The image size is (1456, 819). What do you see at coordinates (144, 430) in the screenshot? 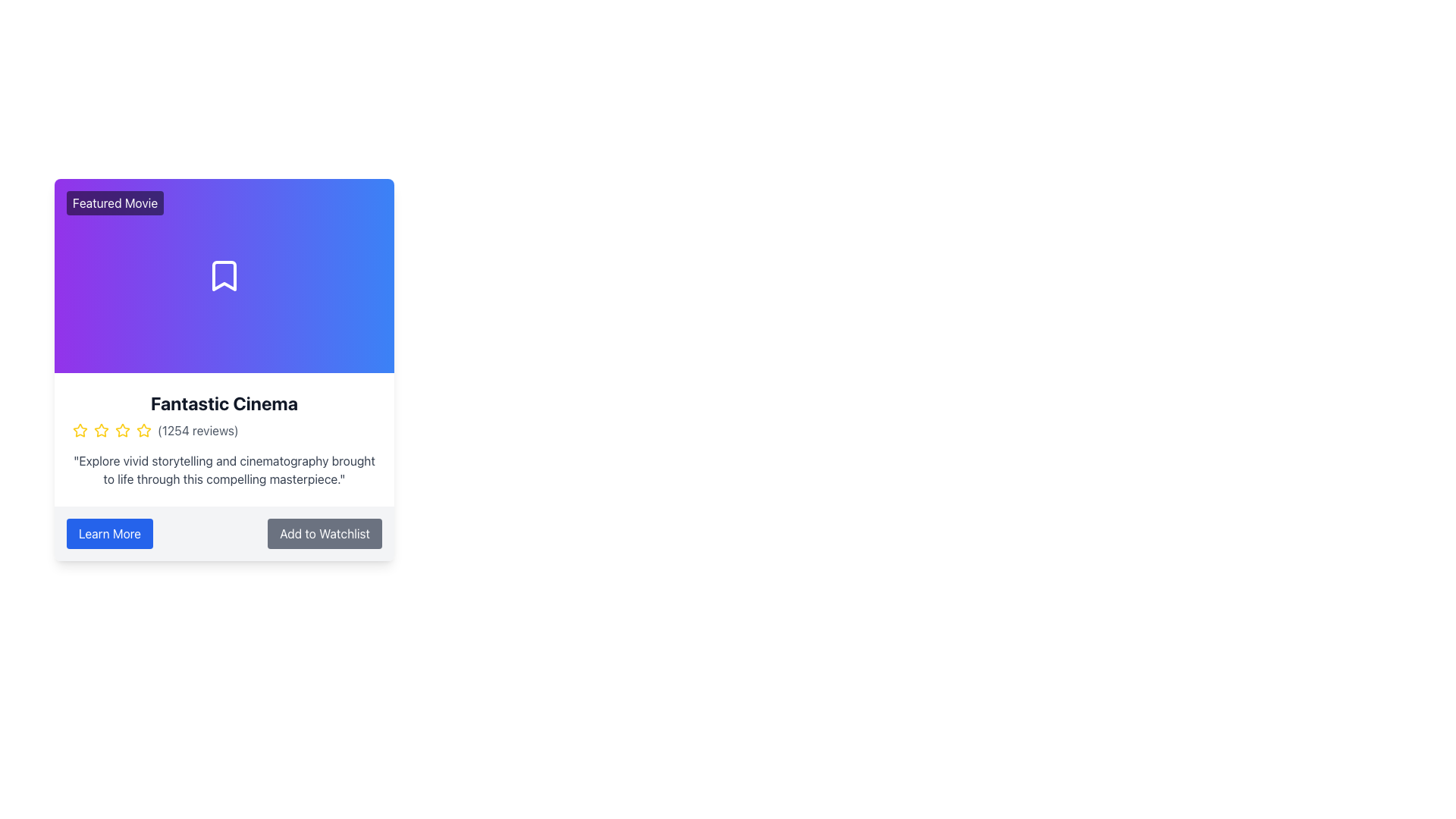
I see `the fifth star icon in the rating display` at bounding box center [144, 430].